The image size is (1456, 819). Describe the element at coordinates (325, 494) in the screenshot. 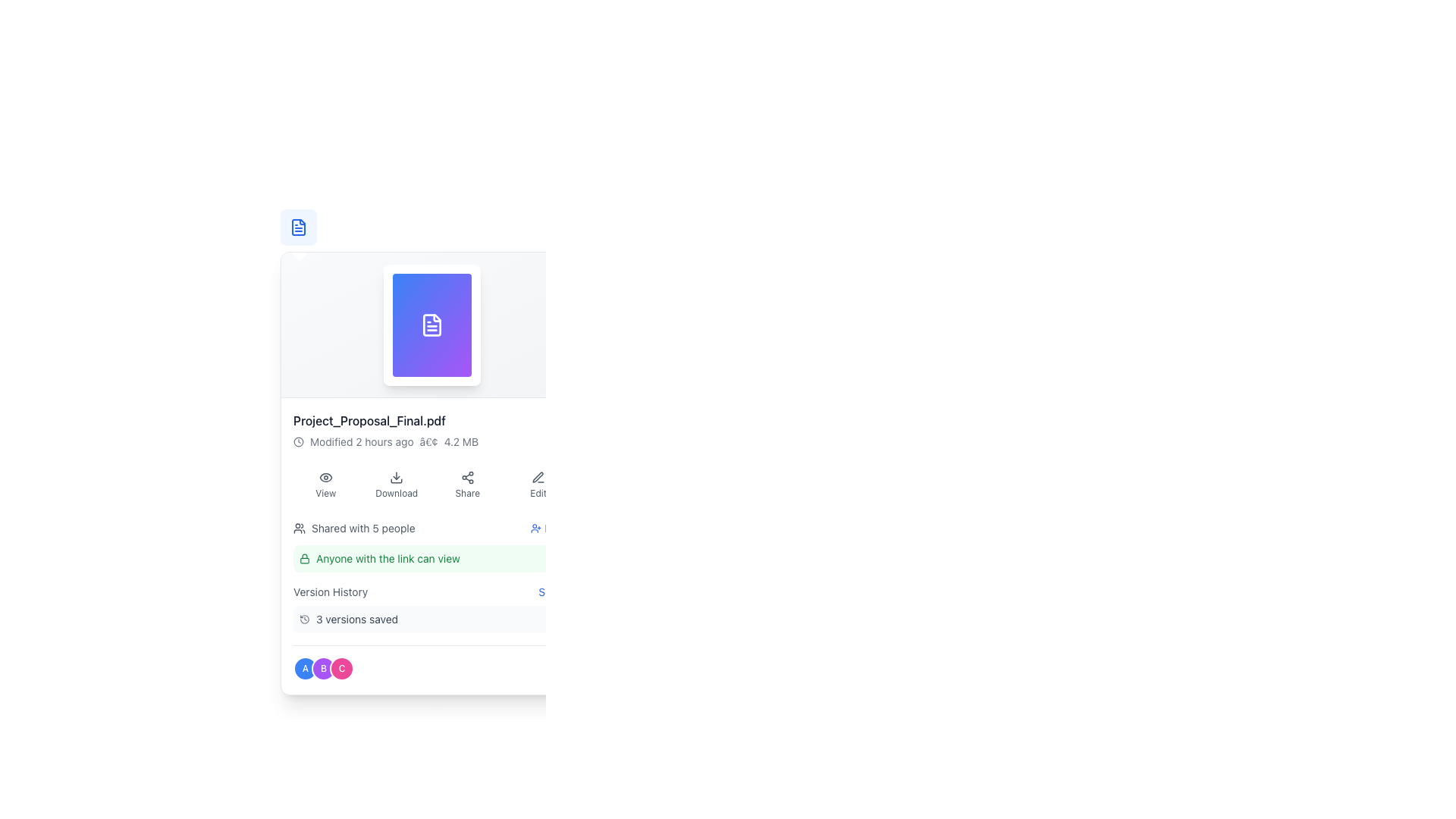

I see `the text label that describes the functionality of viewing contents, which is the second element in a vertical group located below the eye icon` at that location.